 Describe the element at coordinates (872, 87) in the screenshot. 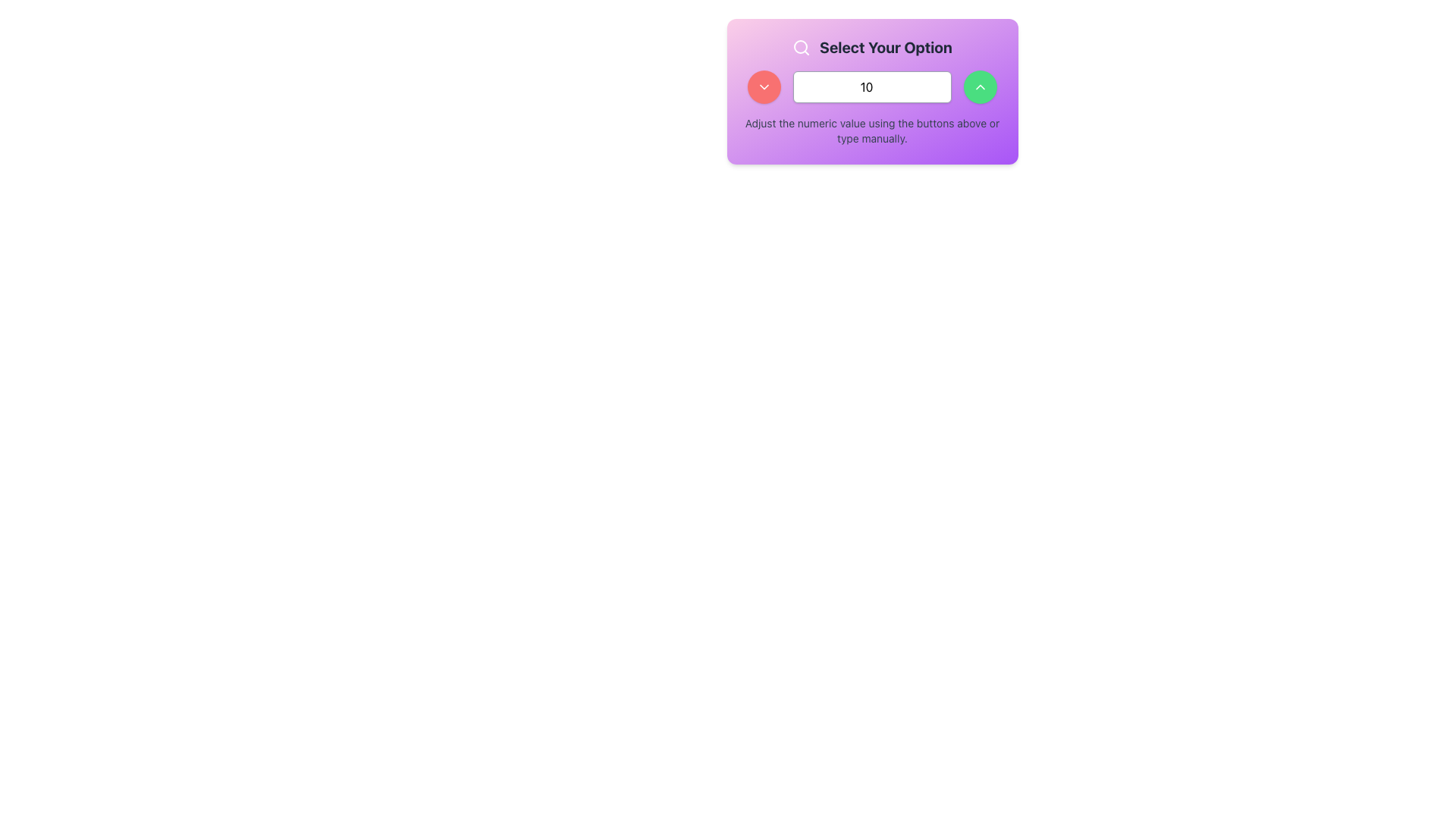

I see `on the text input field for entering a numerical value, currently displaying '10', which is centrally located between two buttons: a red button with a downward arrow on the left and a green button with an upward arrow on the right` at that location.